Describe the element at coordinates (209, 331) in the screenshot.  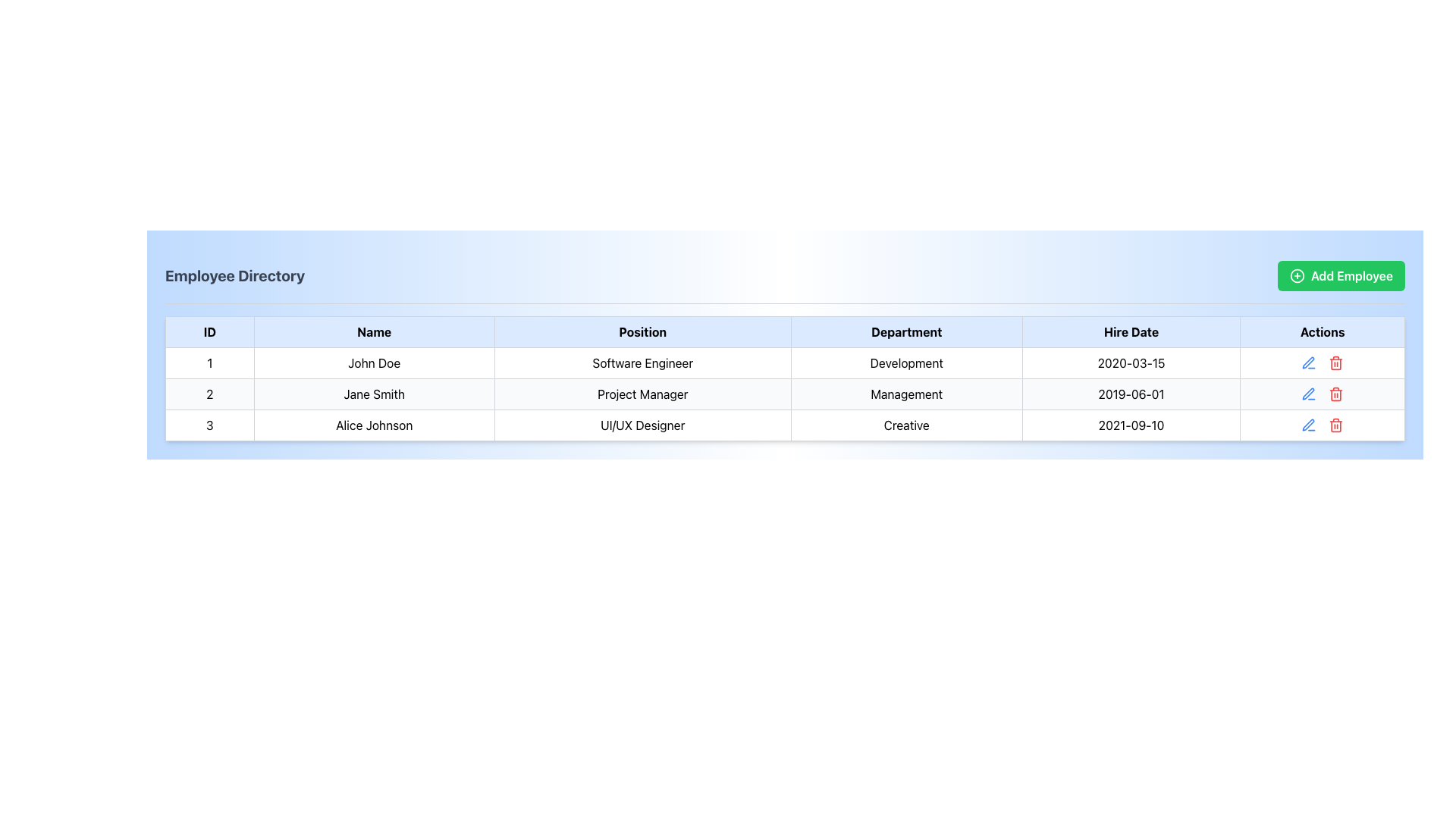
I see `the 'ID' table header element, which has a light blue background and is the first column header in the 'Employee Directory' section` at that location.